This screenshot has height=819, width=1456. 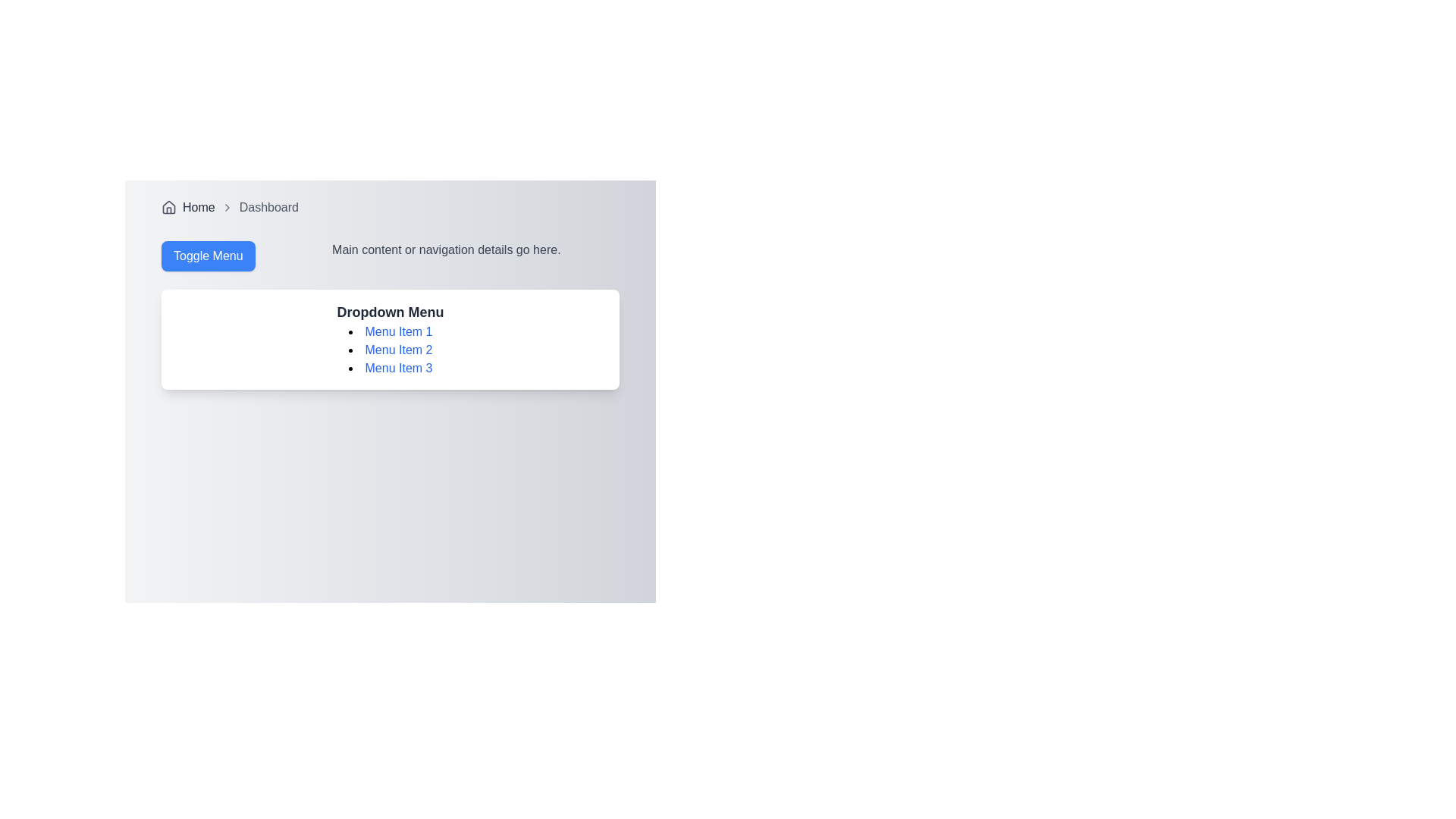 What do you see at coordinates (390, 312) in the screenshot?
I see `the 'Dropdown Menu' heading, which is a bold, black text element styled with a larger font size, positioned at the top of a white box containing menu items` at bounding box center [390, 312].